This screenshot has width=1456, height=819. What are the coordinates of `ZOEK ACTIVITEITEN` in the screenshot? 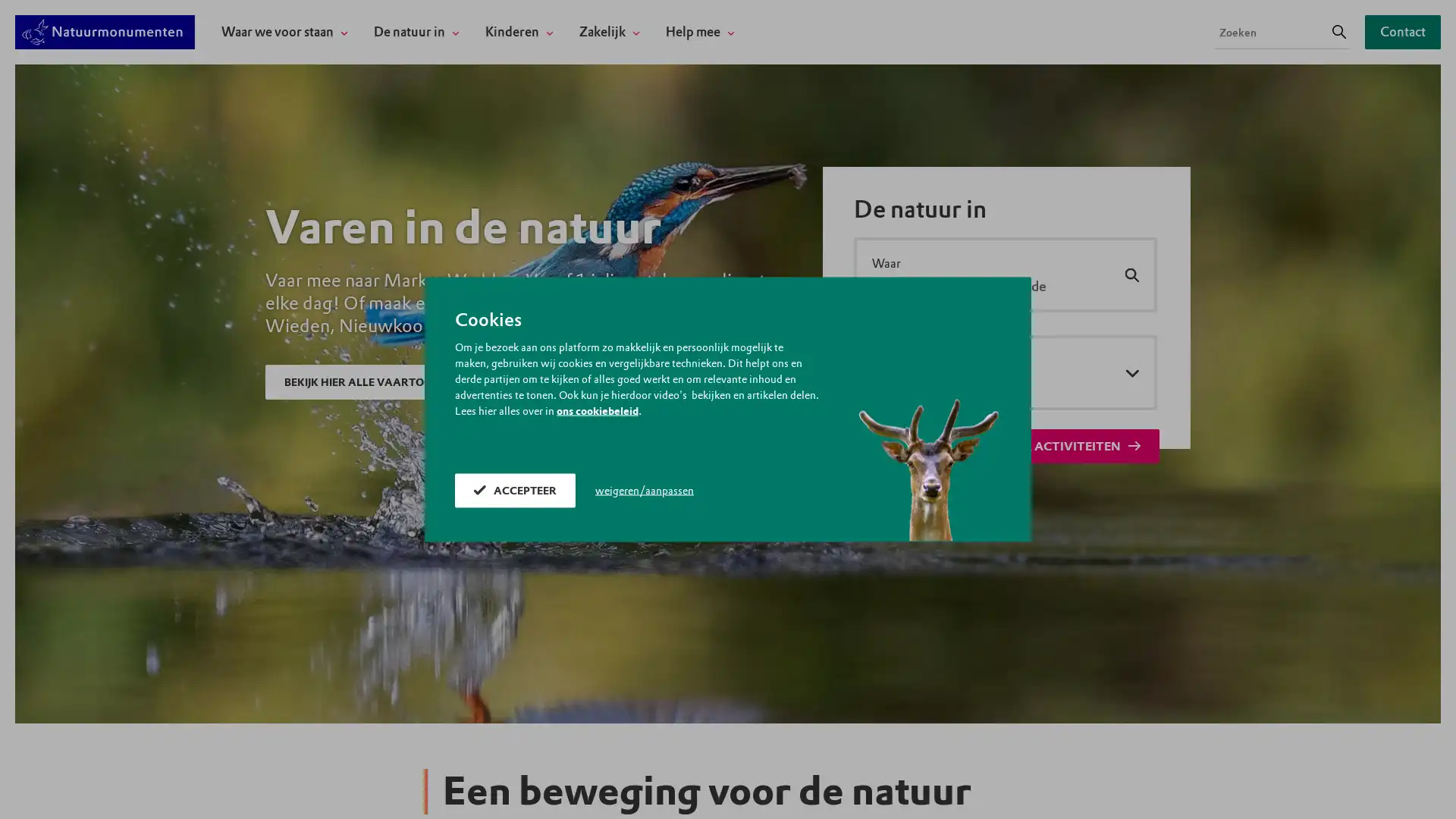 It's located at (1069, 445).